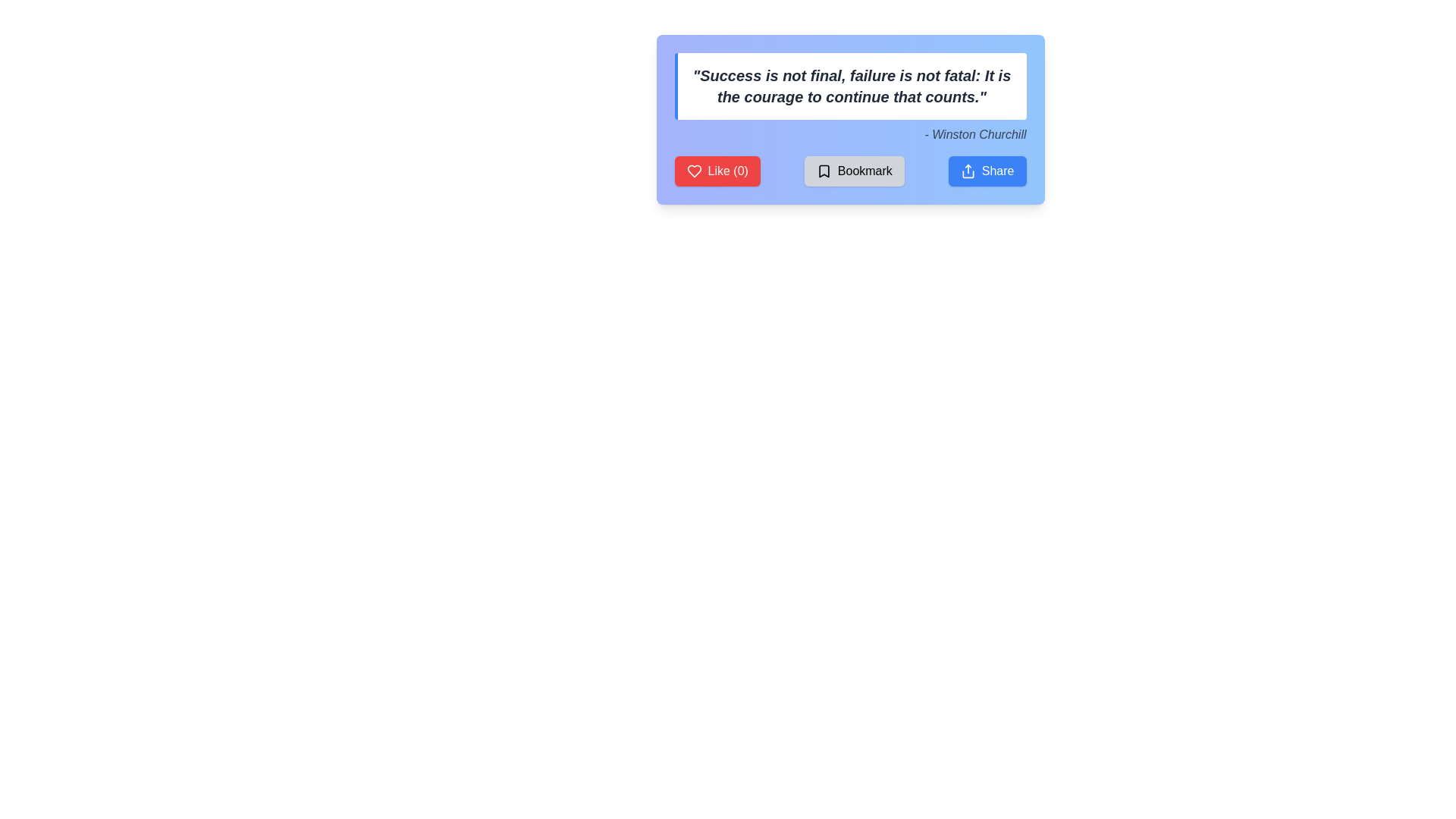  I want to click on the heart icon representing the 'Like' action located within the 'Like (0)' button at the bottom left of the quote panel, so click(693, 171).